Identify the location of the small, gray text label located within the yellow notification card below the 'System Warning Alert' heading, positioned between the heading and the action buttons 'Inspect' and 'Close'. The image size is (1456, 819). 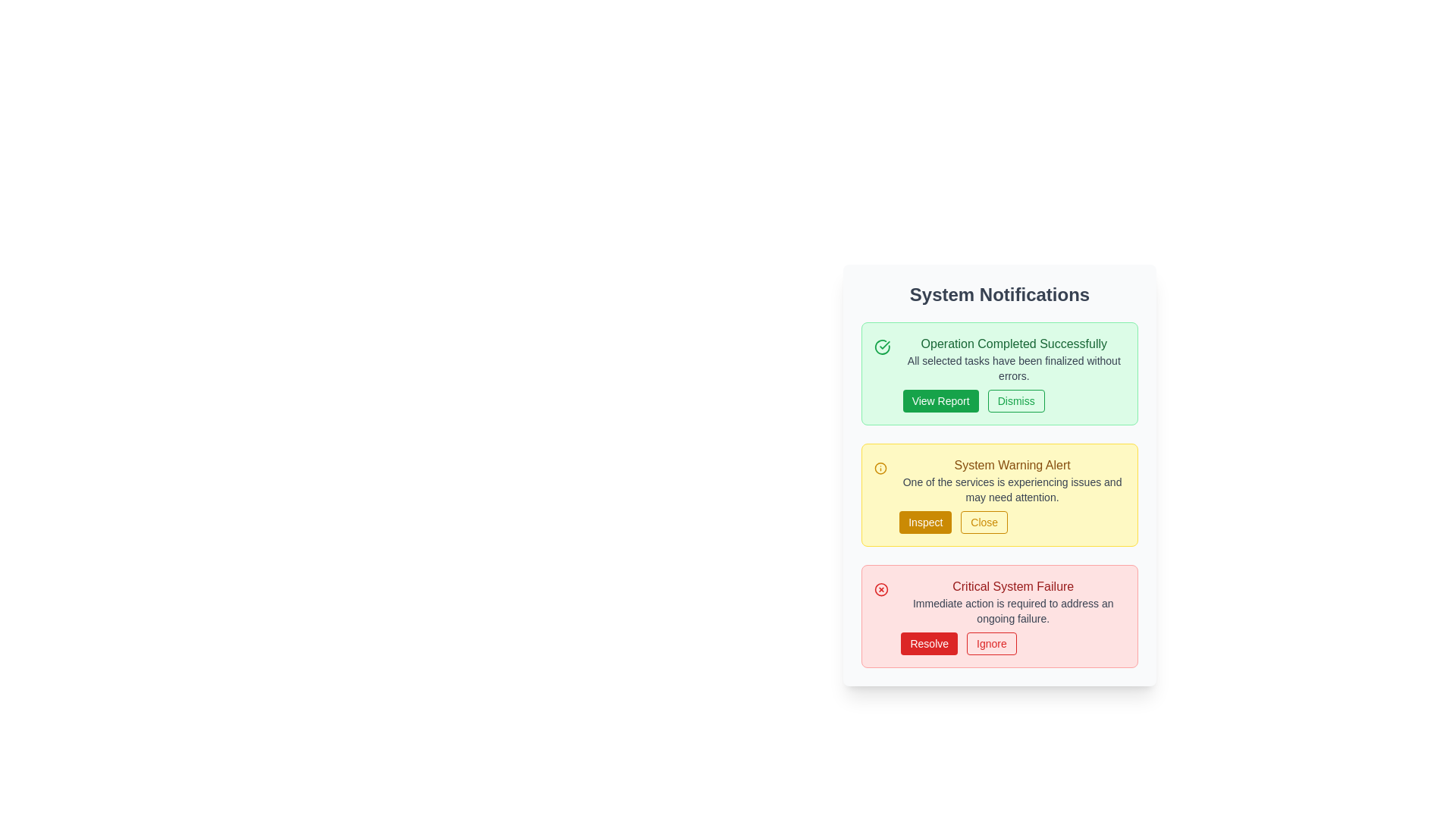
(1012, 489).